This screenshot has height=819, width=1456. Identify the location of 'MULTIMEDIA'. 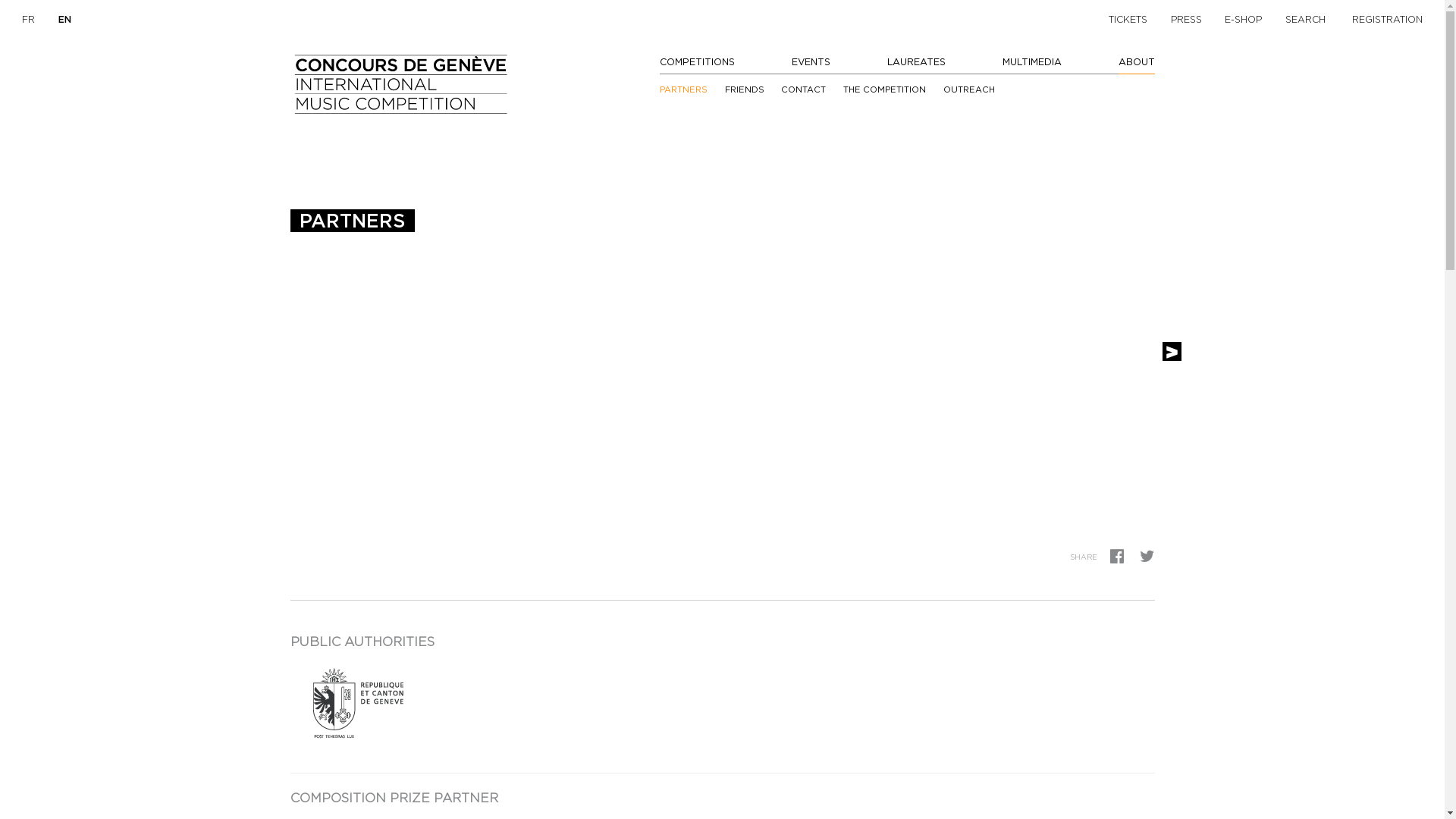
(1031, 61).